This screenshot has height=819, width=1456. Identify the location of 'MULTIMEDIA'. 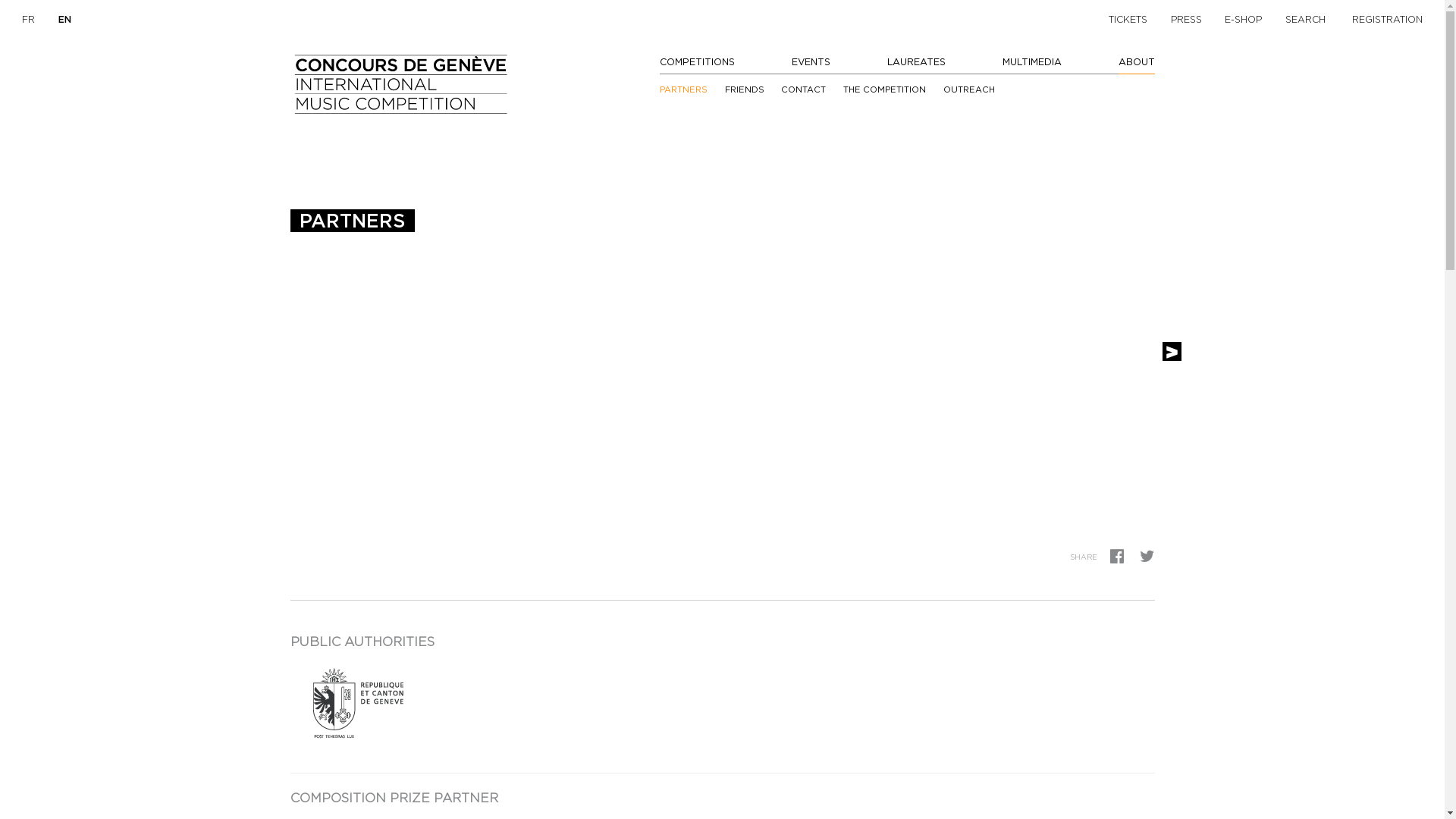
(1031, 61).